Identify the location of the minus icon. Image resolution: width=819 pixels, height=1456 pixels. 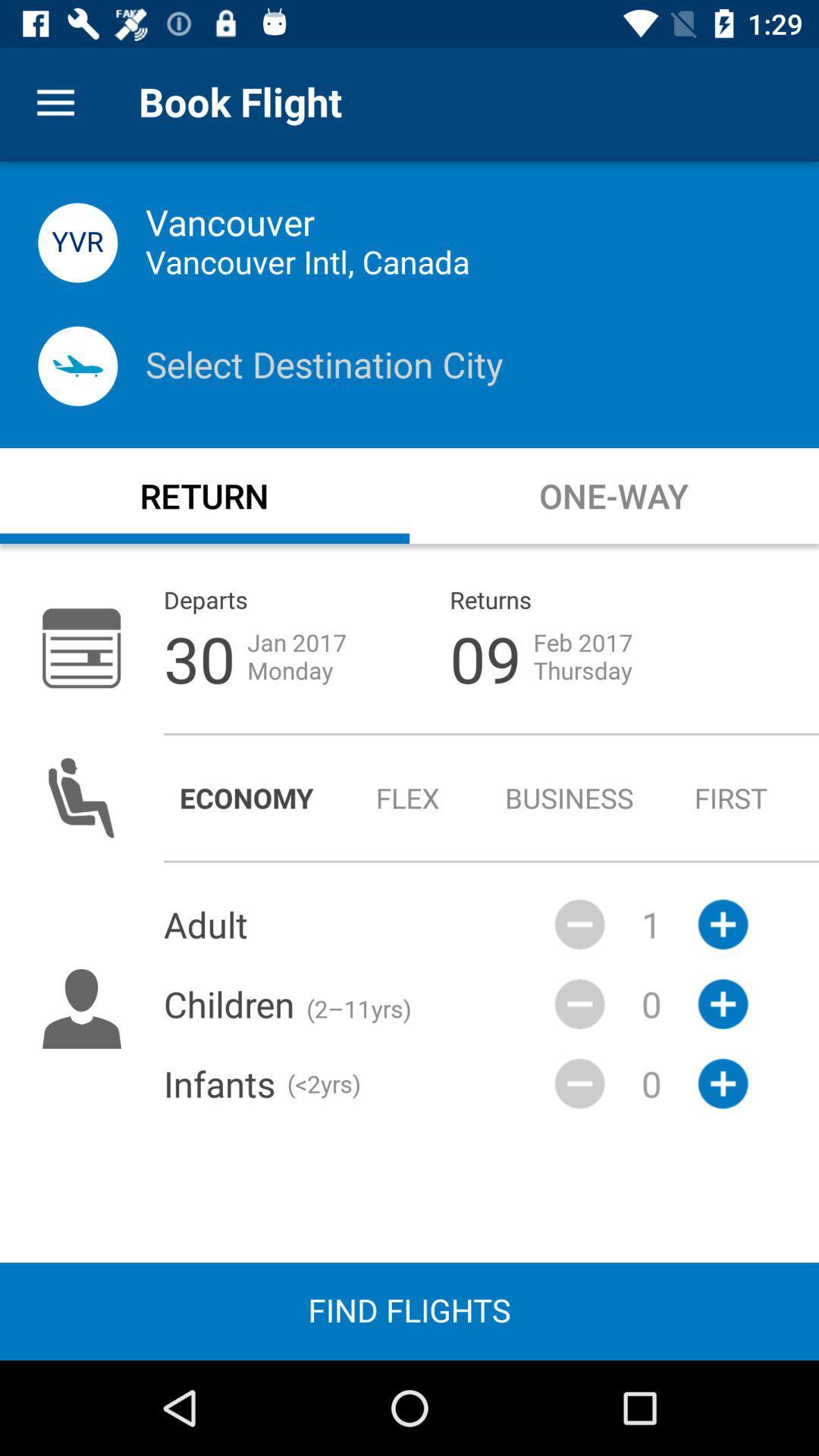
(579, 1004).